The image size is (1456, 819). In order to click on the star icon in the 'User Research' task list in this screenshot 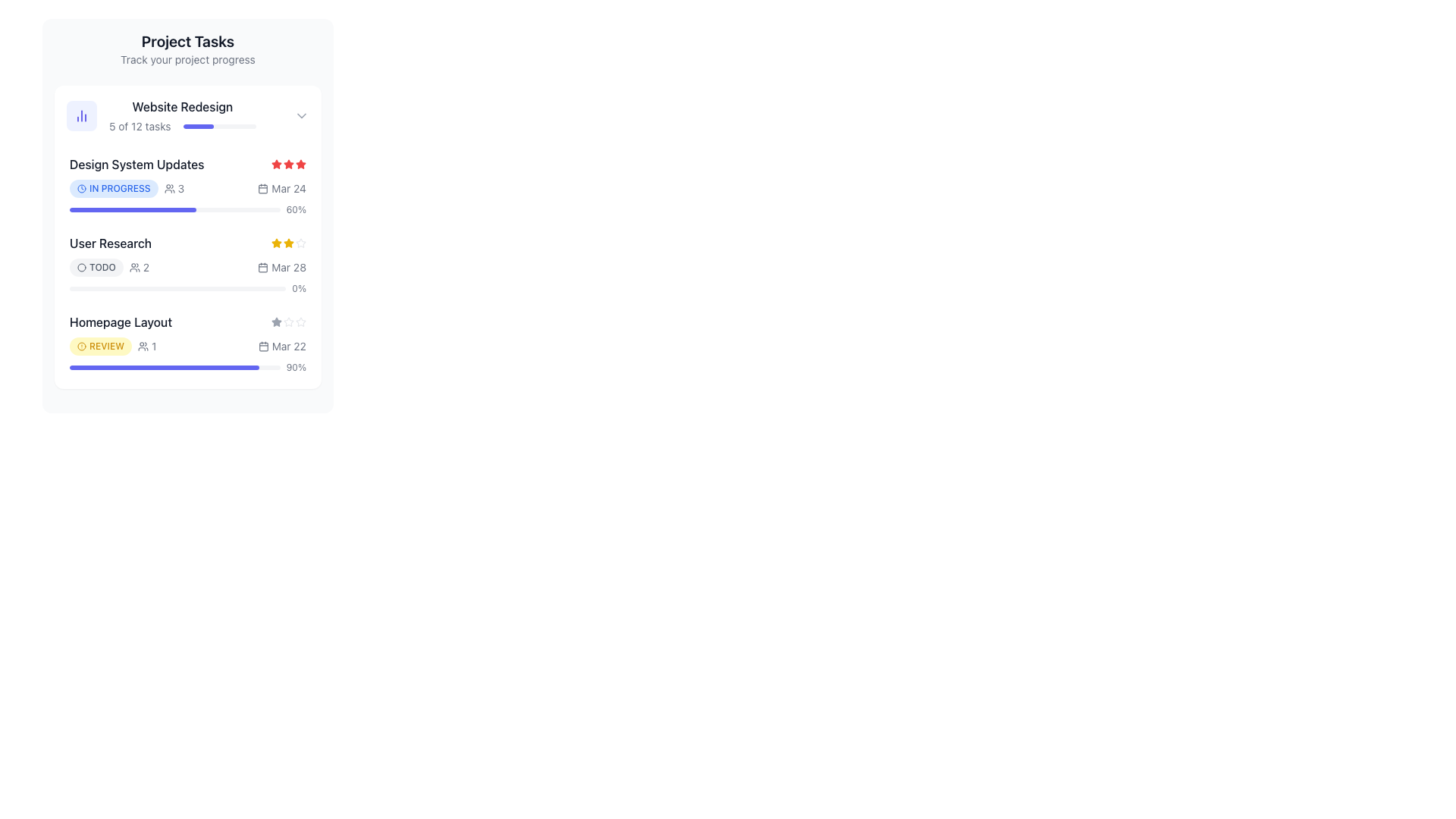, I will do `click(288, 242)`.